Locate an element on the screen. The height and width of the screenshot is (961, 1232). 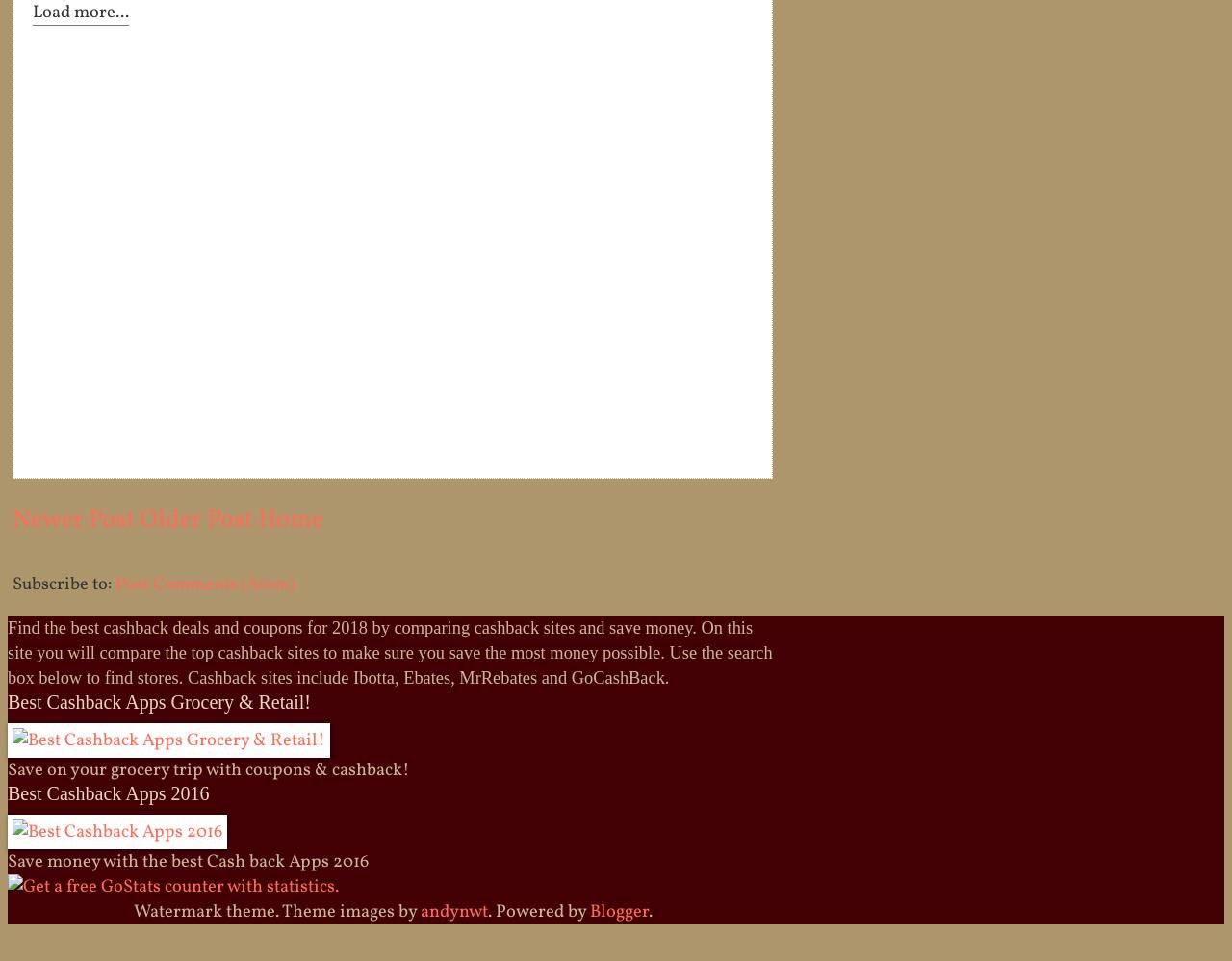
'Newer Post' is located at coordinates (73, 520).